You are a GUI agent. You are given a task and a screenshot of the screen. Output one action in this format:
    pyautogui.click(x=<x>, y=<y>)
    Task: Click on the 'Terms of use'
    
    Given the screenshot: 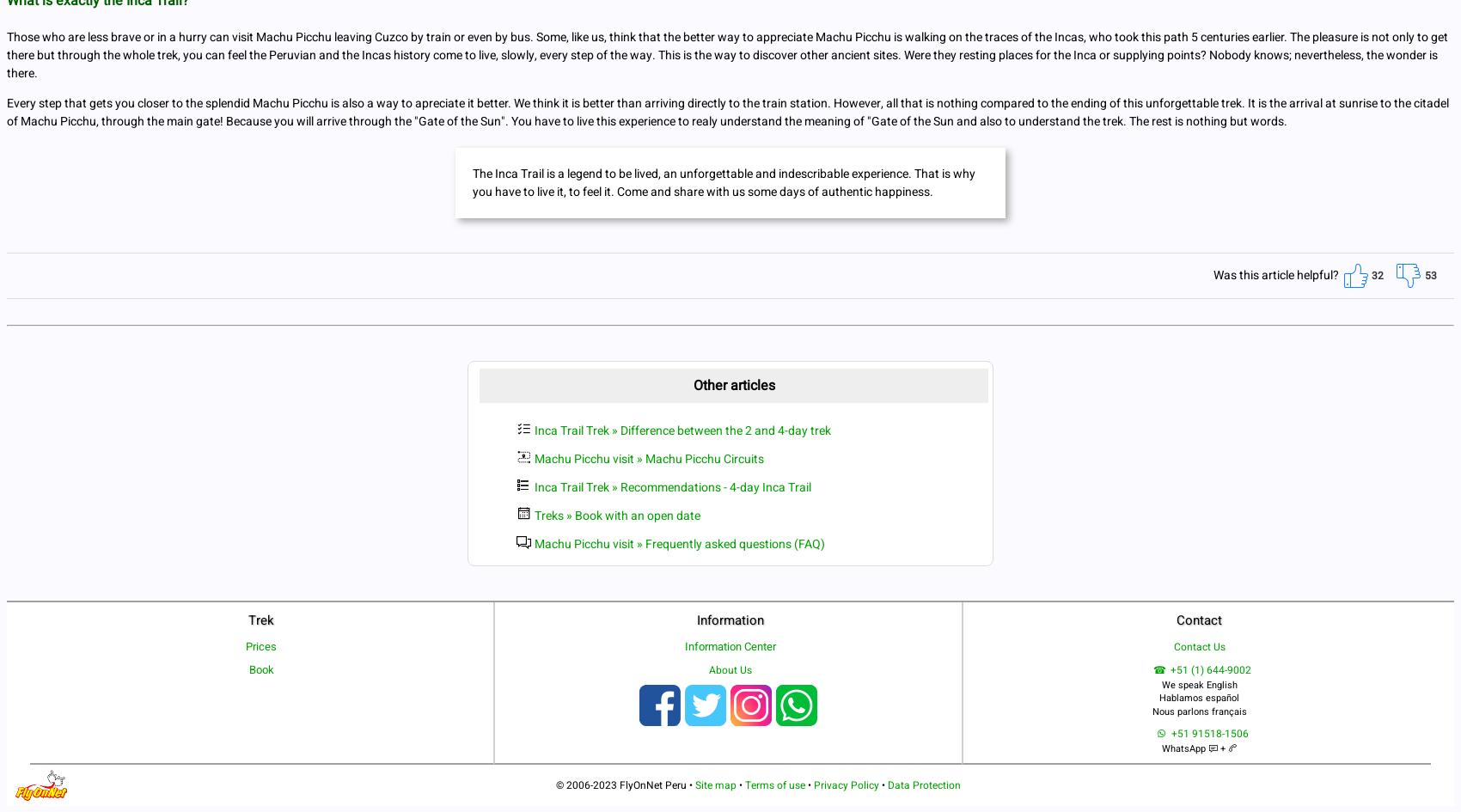 What is the action you would take?
    pyautogui.click(x=775, y=783)
    